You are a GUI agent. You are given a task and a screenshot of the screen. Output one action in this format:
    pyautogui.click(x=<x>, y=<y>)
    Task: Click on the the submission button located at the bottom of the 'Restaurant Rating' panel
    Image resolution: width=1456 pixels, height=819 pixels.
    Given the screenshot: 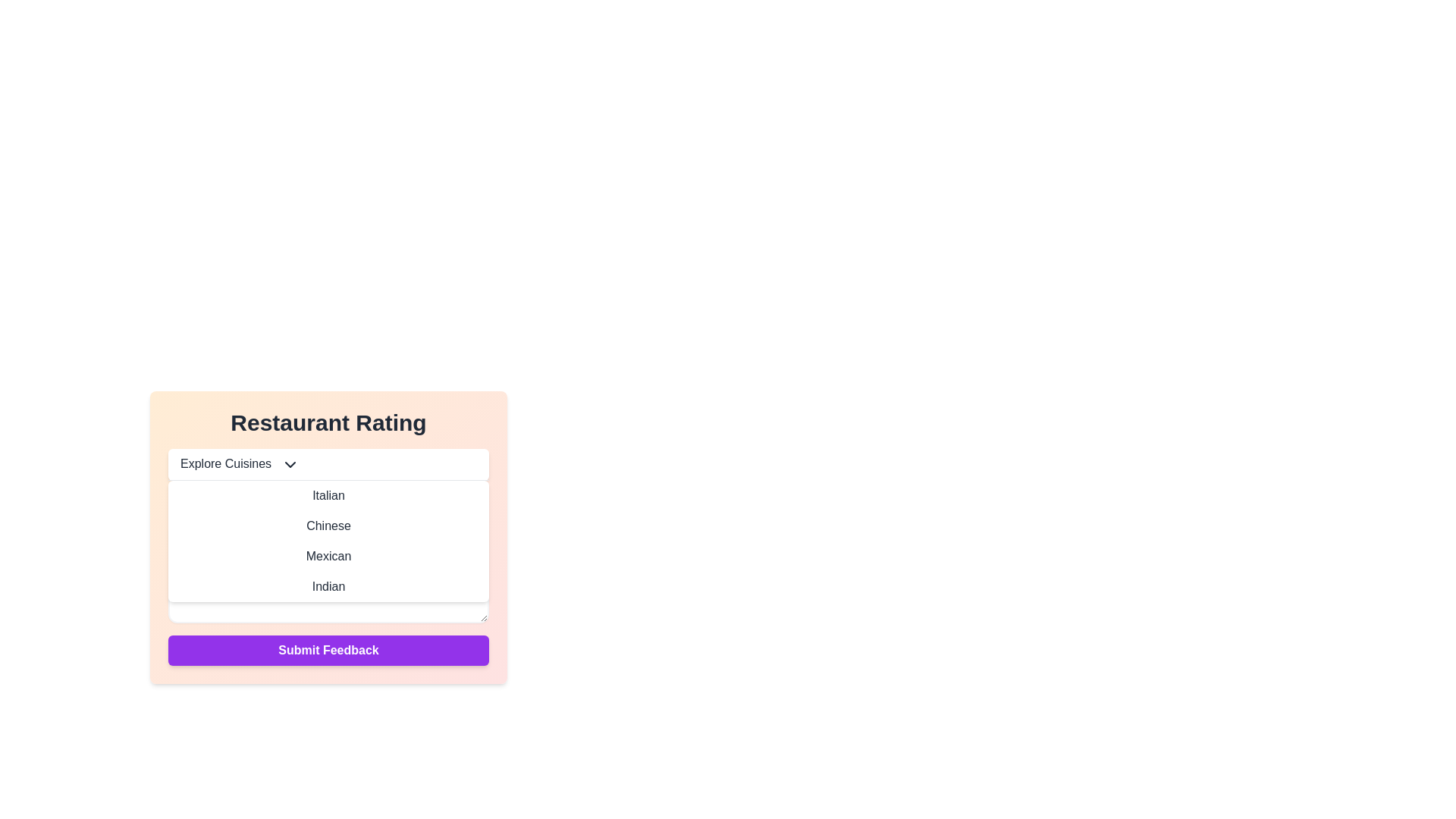 What is the action you would take?
    pyautogui.click(x=328, y=649)
    